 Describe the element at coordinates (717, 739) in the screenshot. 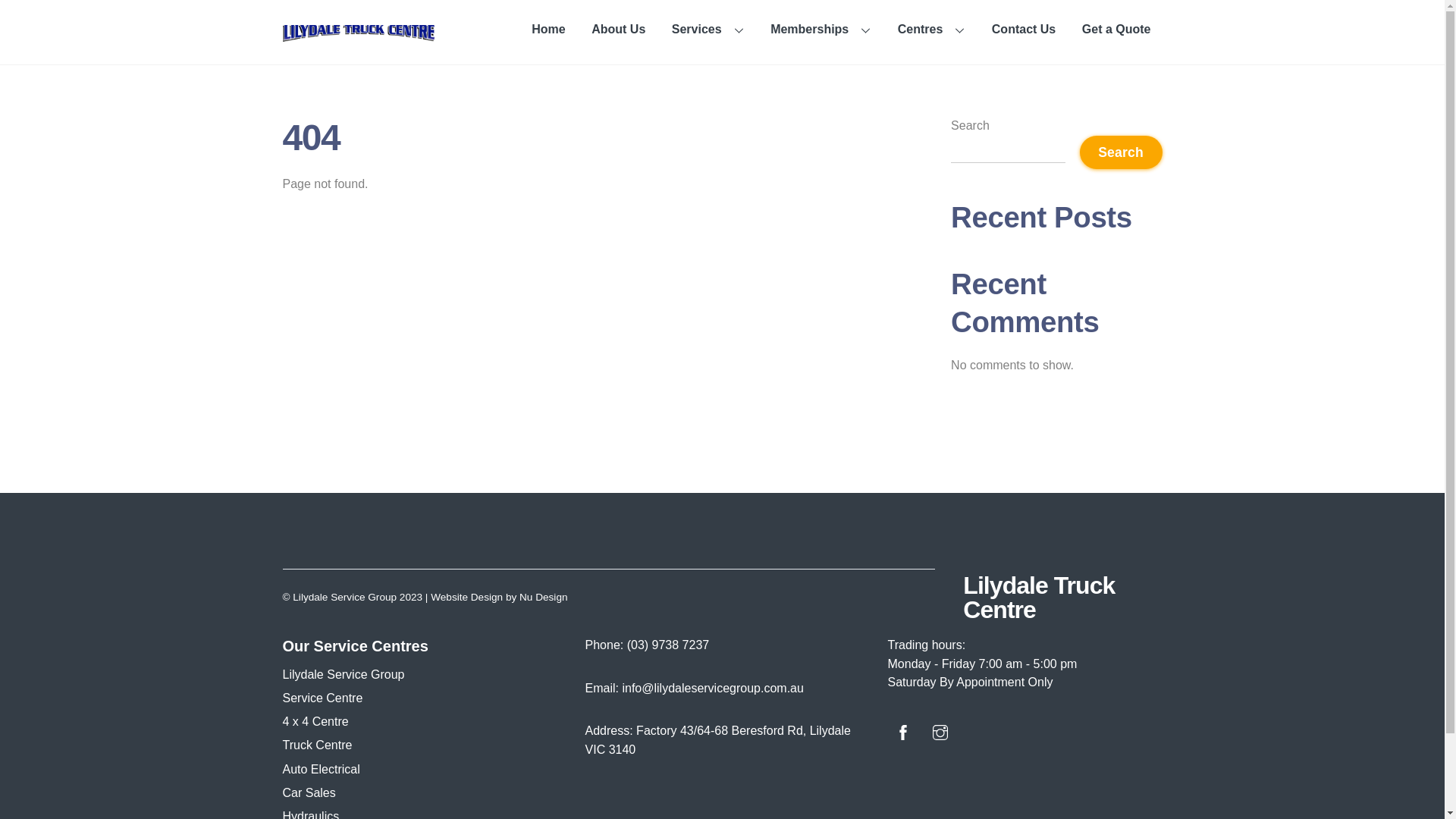

I see `'Factory 43/64-68 Beresford Rd, Lilydale VIC 3140'` at that location.